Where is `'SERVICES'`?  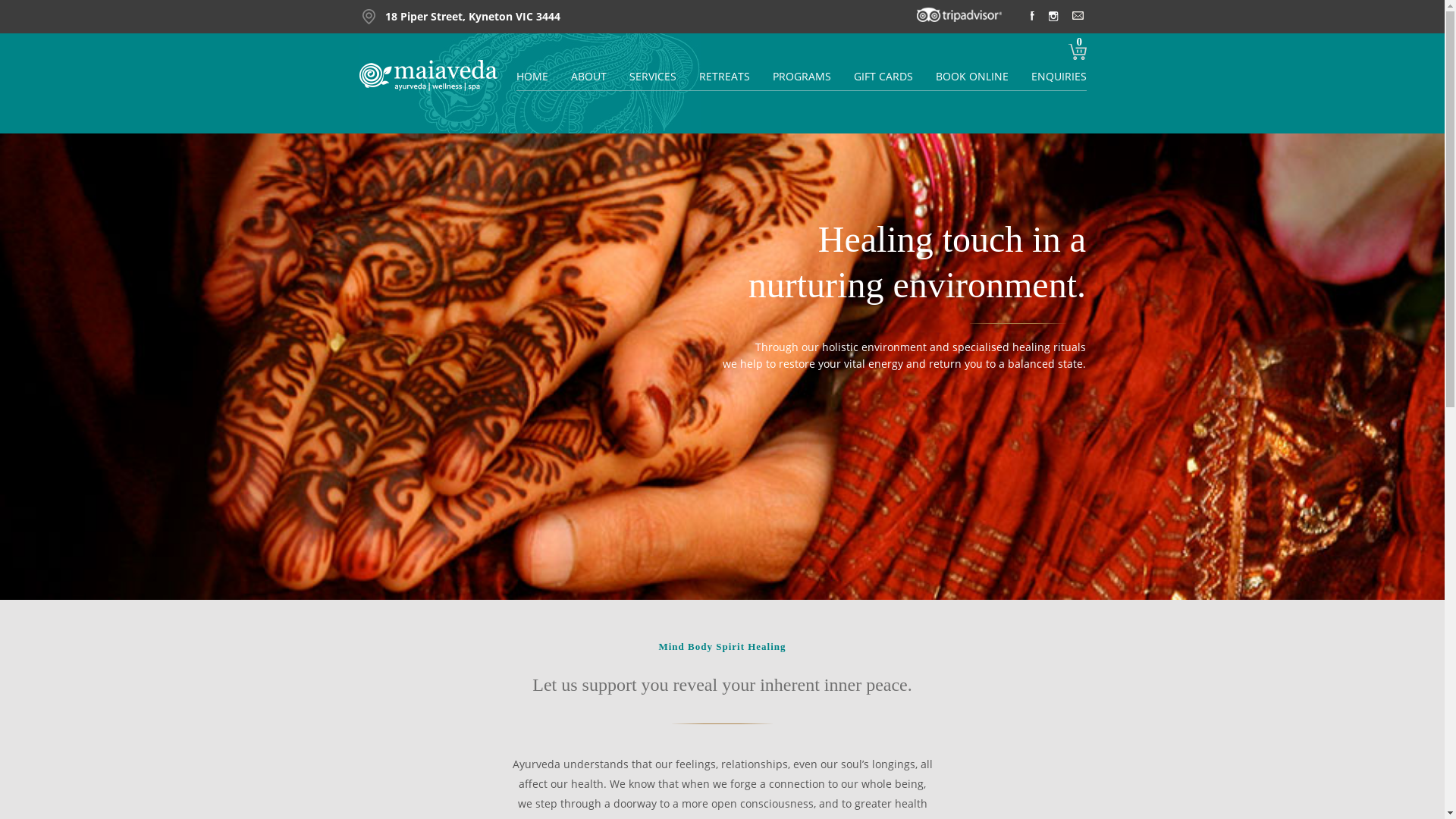 'SERVICES' is located at coordinates (652, 76).